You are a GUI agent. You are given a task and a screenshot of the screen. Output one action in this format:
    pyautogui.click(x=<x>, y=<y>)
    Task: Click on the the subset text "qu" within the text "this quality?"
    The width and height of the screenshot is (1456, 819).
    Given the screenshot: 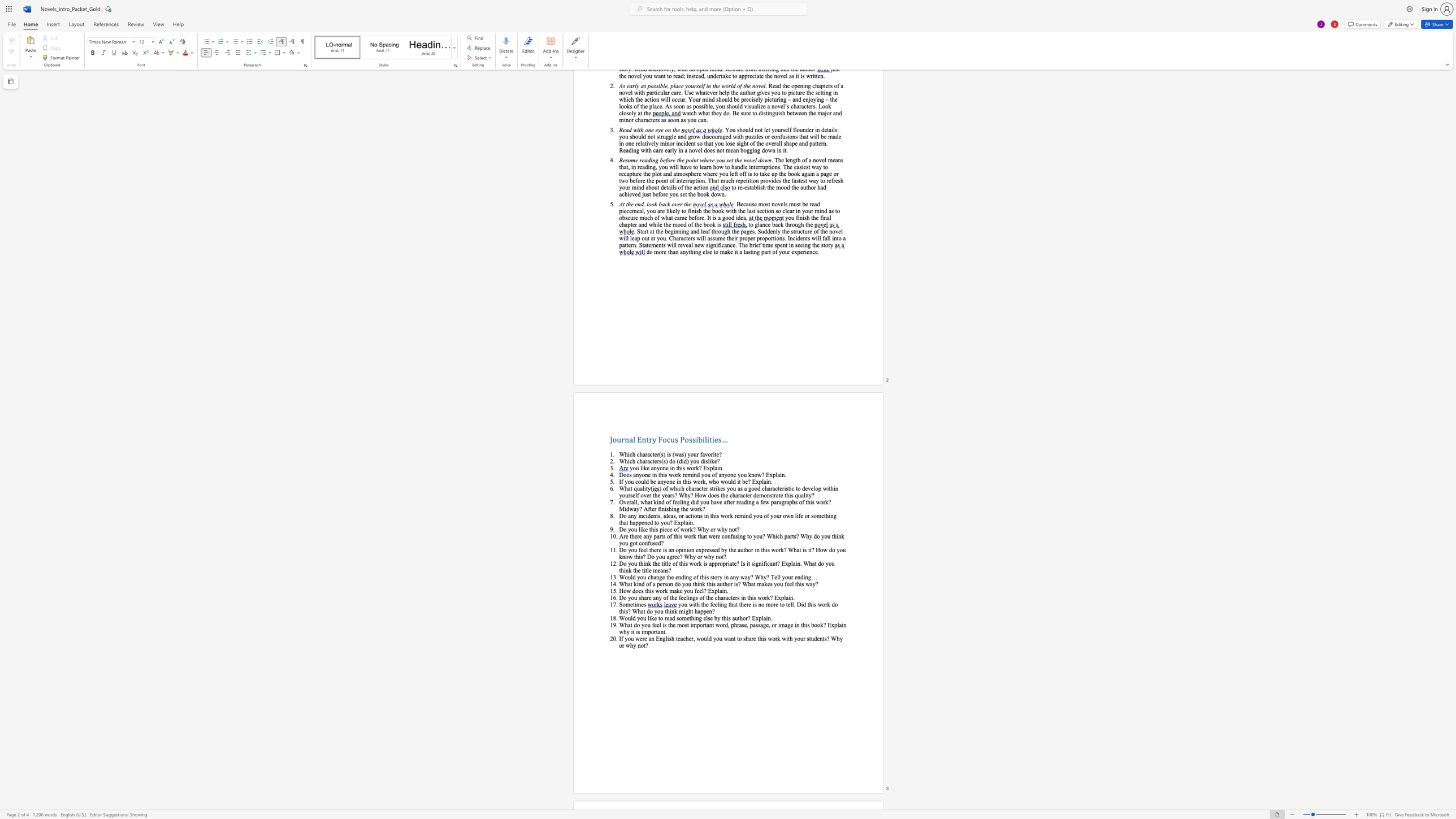 What is the action you would take?
    pyautogui.click(x=794, y=495)
    